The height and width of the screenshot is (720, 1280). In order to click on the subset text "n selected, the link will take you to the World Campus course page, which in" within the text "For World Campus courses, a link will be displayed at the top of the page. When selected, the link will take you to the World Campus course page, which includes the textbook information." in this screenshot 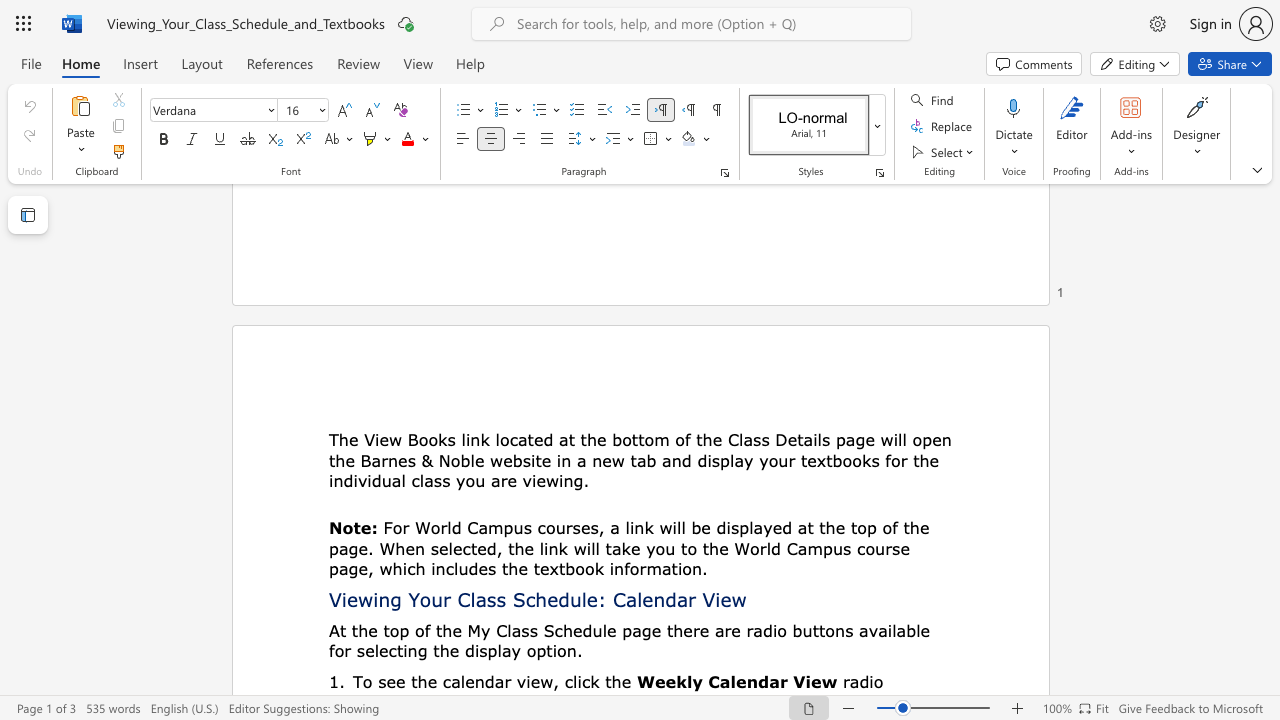, I will do `click(413, 548)`.